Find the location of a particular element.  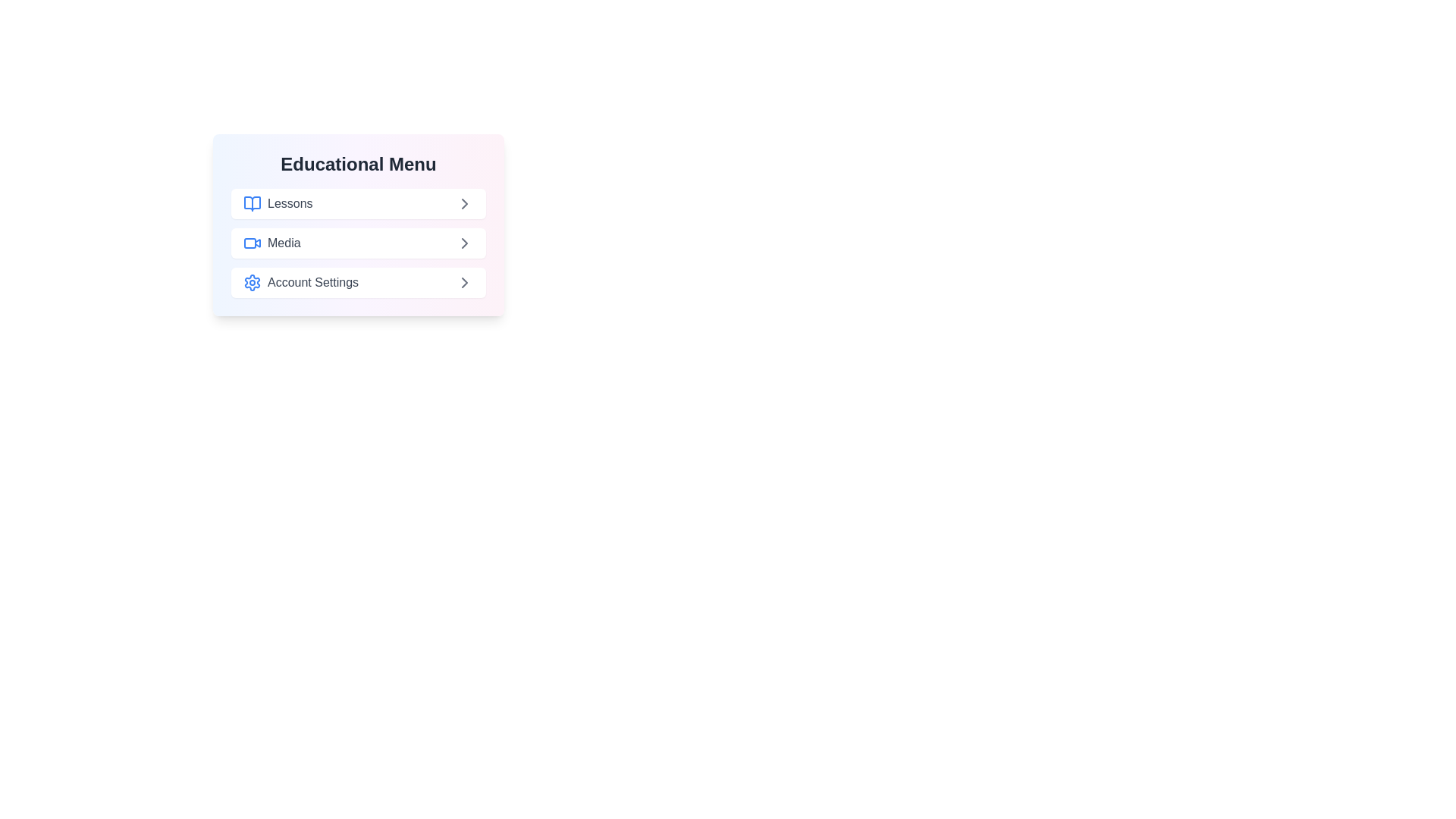

the chevron icon at the rightmost edge of the 'Account Settings' row is located at coordinates (464, 283).